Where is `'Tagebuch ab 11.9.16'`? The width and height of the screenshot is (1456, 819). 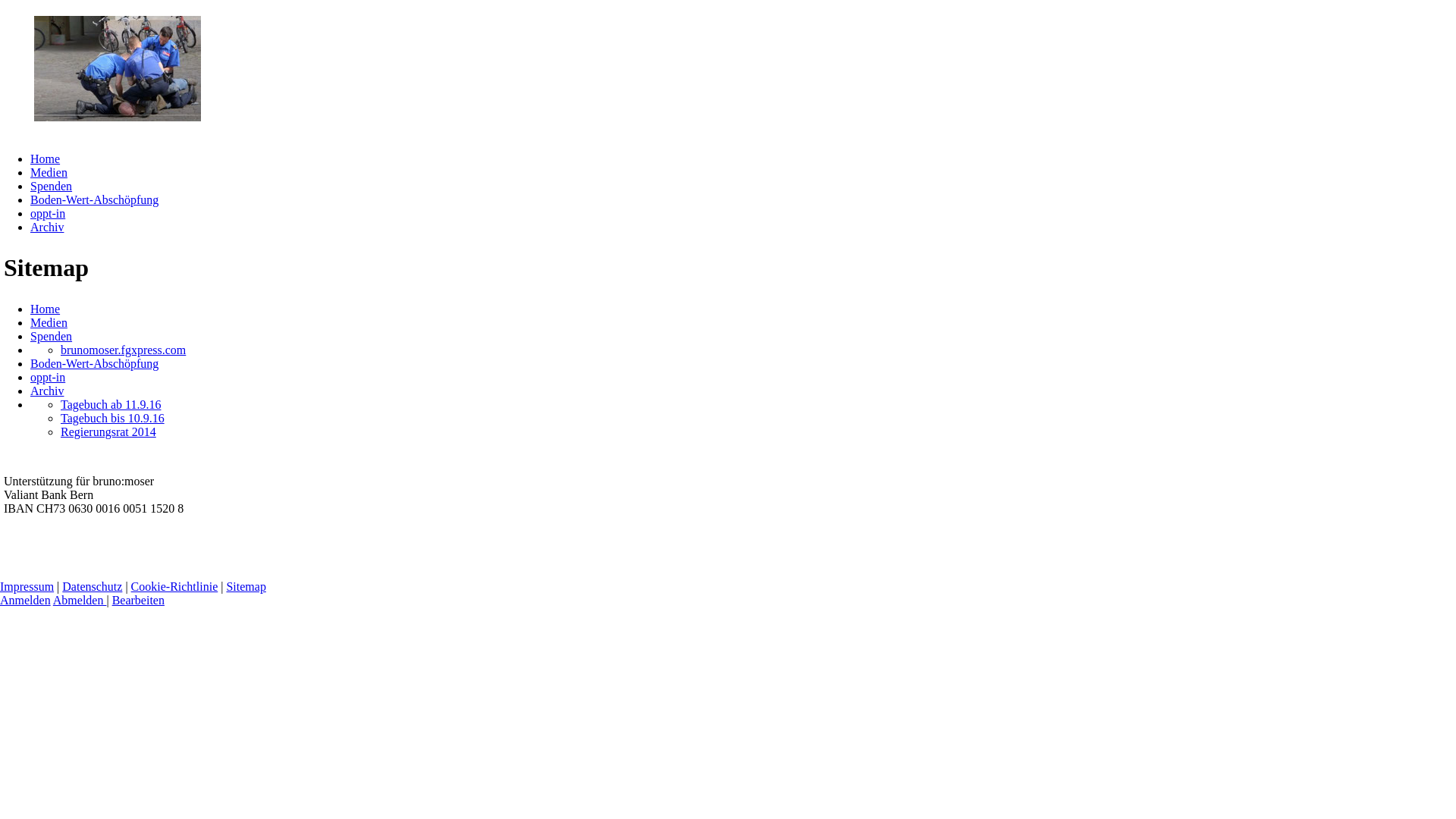
'Tagebuch ab 11.9.16' is located at coordinates (109, 403).